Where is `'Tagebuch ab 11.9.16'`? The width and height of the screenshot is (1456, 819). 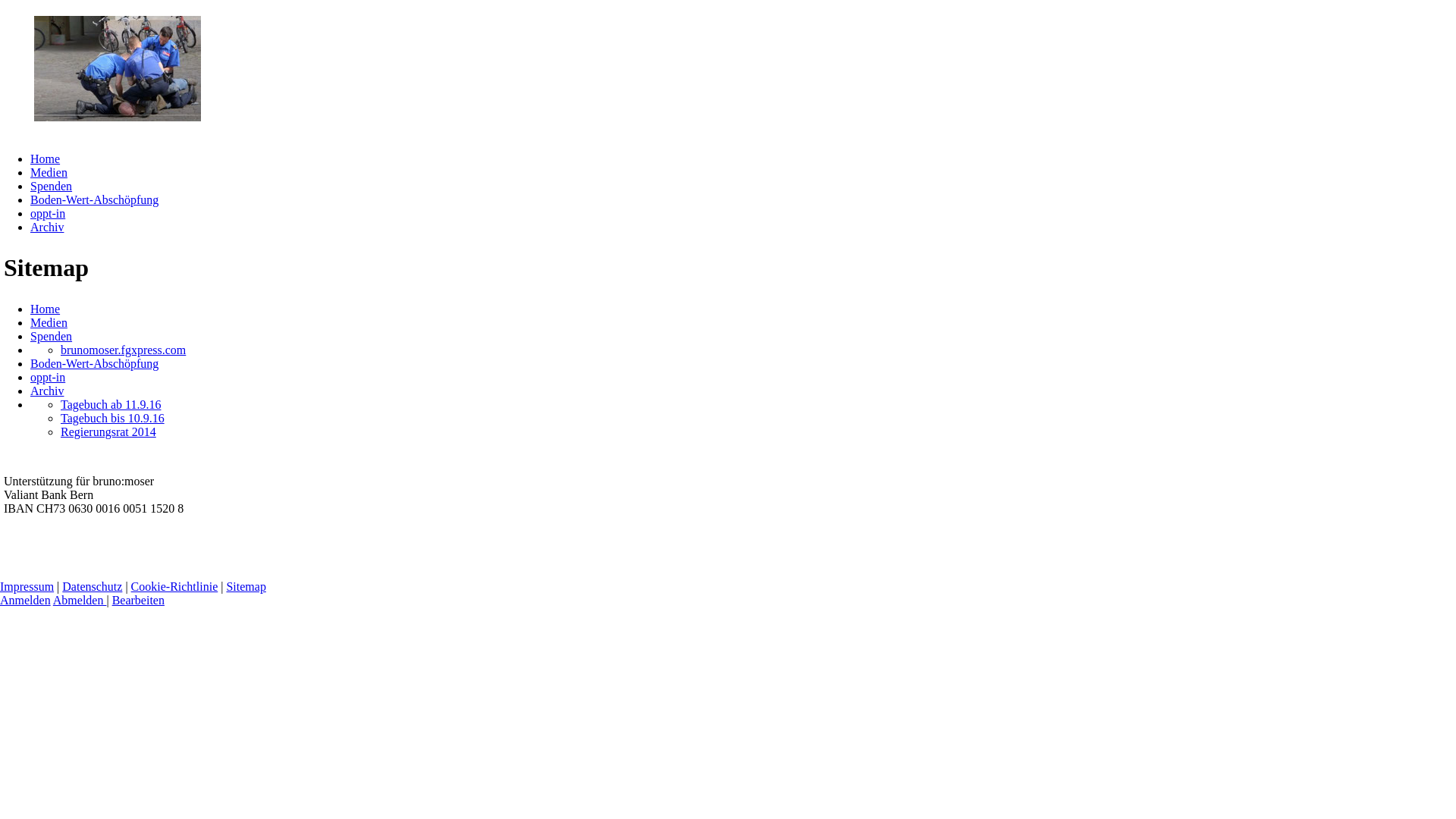
'Tagebuch ab 11.9.16' is located at coordinates (109, 403).